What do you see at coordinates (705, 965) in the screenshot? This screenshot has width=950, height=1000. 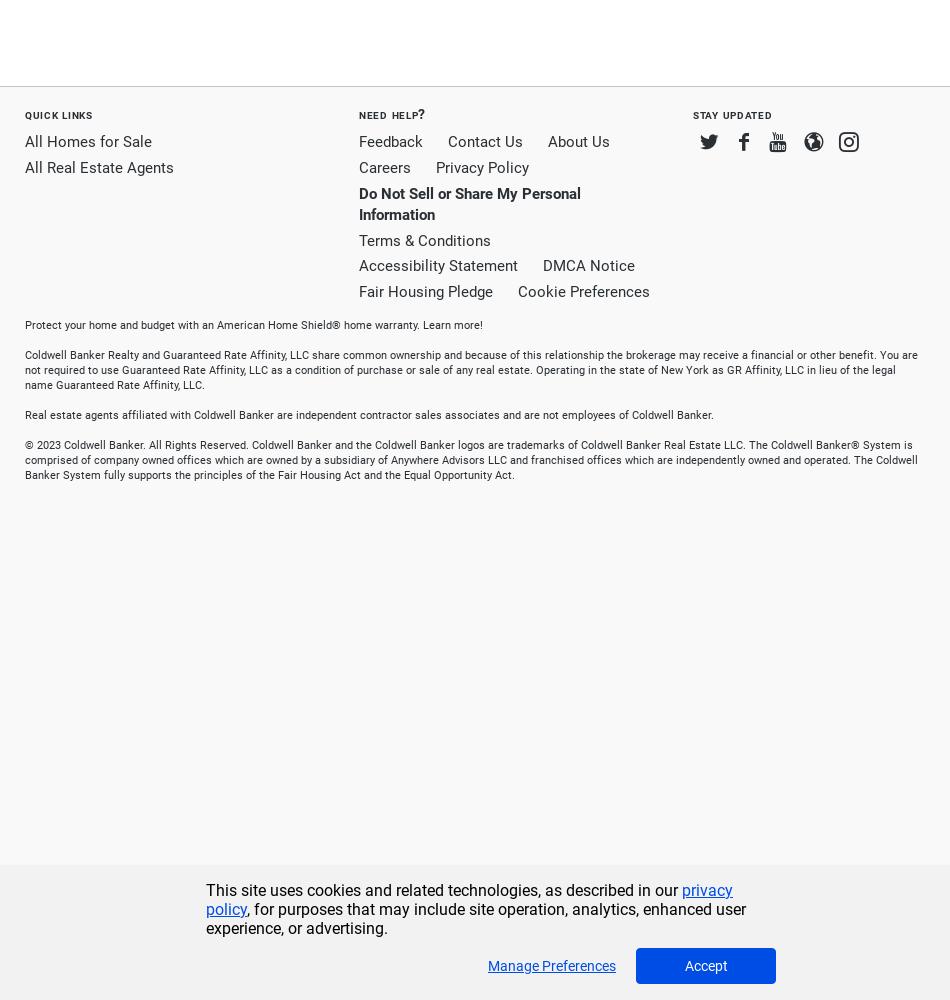 I see `'Accept'` at bounding box center [705, 965].